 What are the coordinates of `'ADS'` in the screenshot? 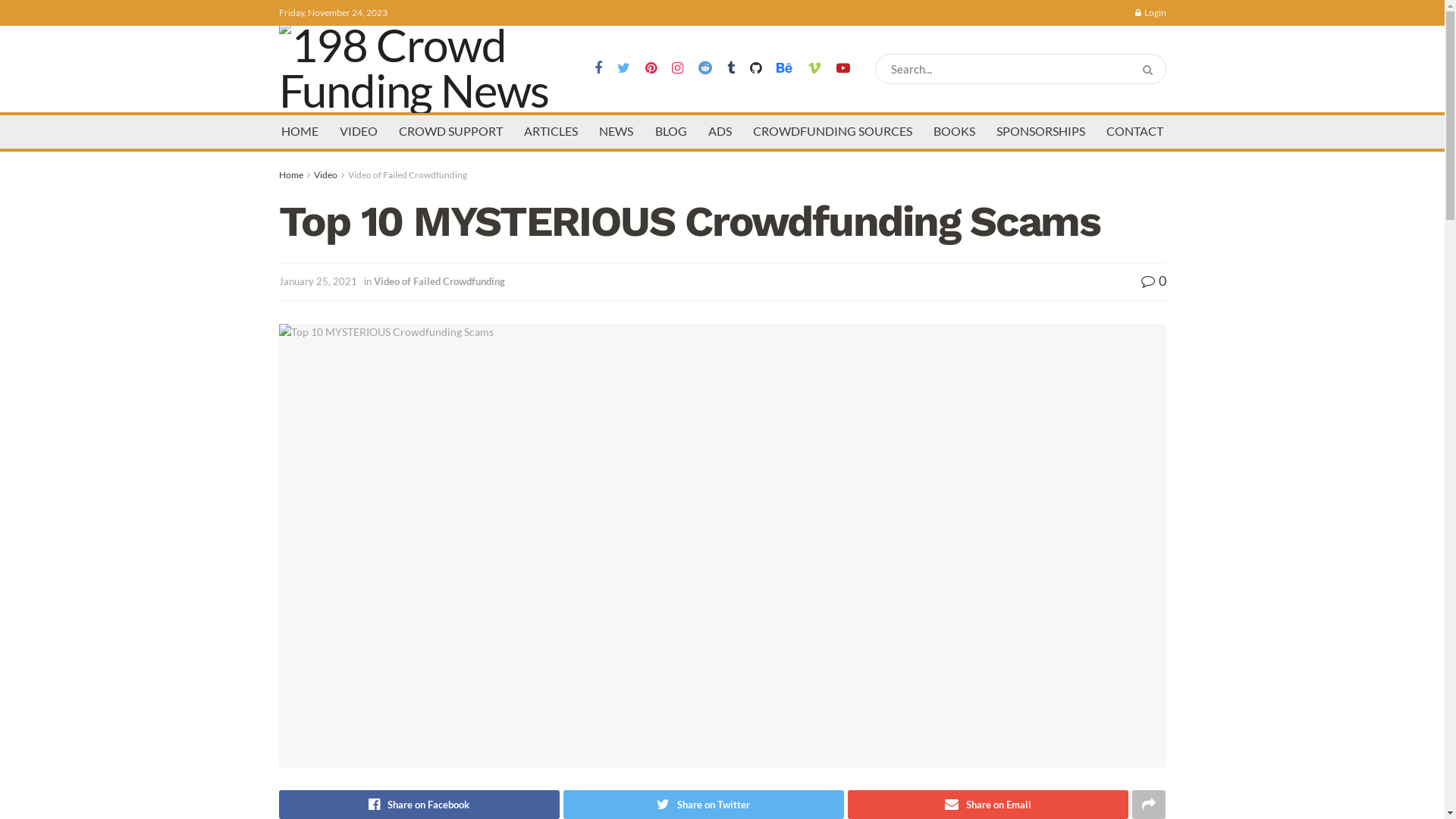 It's located at (719, 130).